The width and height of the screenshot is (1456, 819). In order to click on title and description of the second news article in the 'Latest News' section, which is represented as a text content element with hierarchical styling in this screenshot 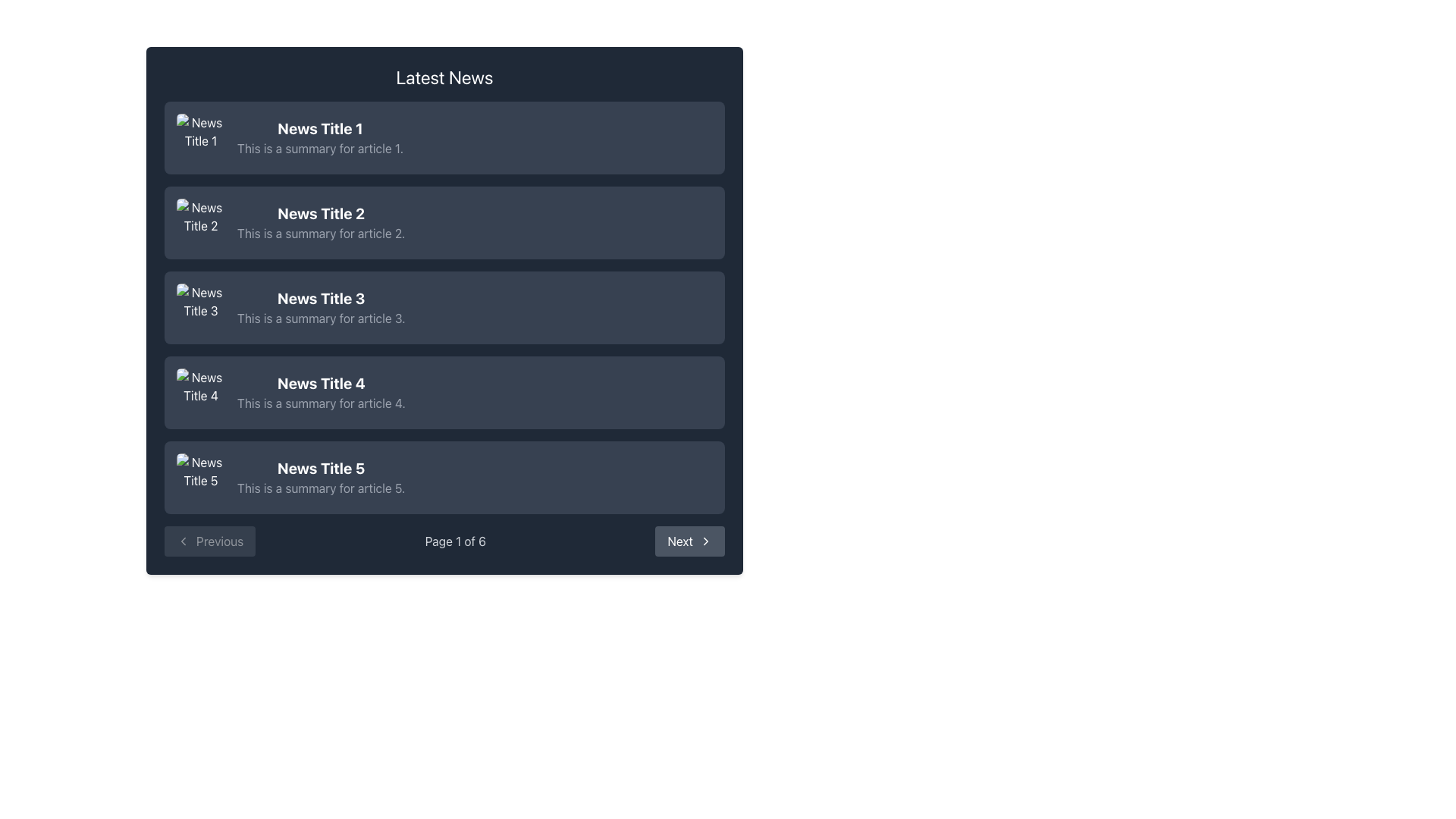, I will do `click(320, 222)`.